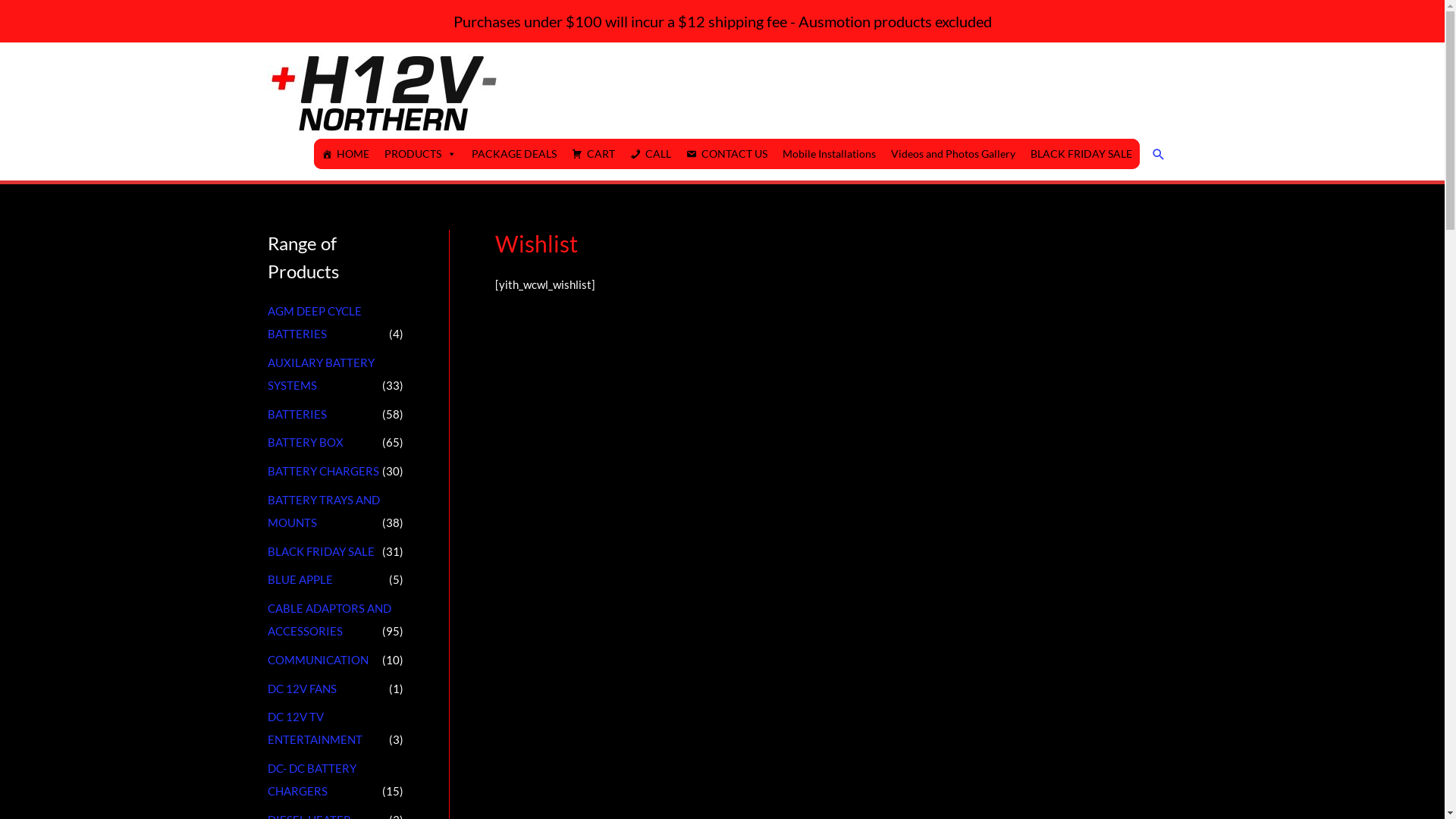 The width and height of the screenshot is (1456, 819). I want to click on 'Mobile Installations', so click(828, 154).